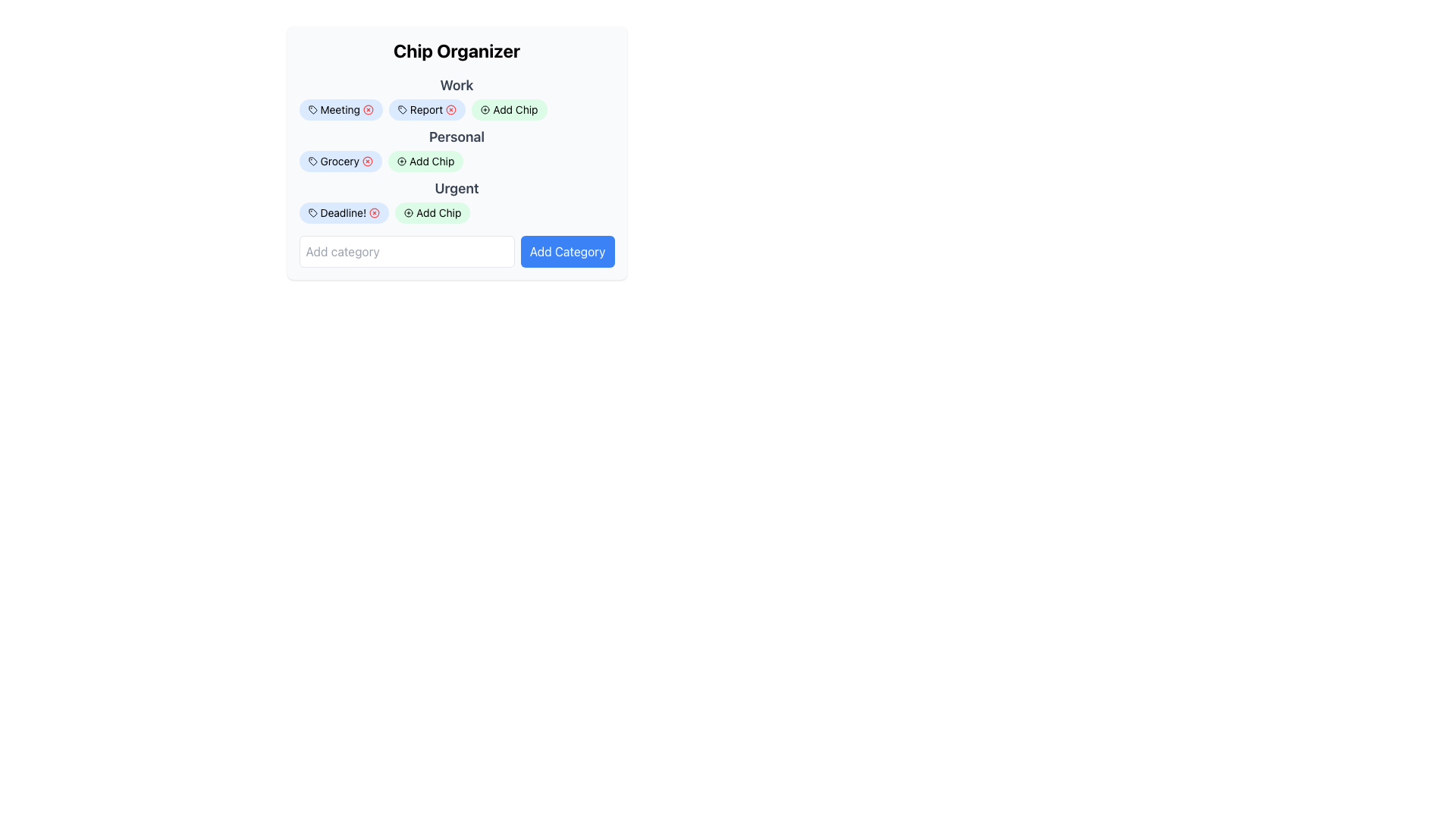  Describe the element at coordinates (425, 161) in the screenshot. I see `the second button` at that location.